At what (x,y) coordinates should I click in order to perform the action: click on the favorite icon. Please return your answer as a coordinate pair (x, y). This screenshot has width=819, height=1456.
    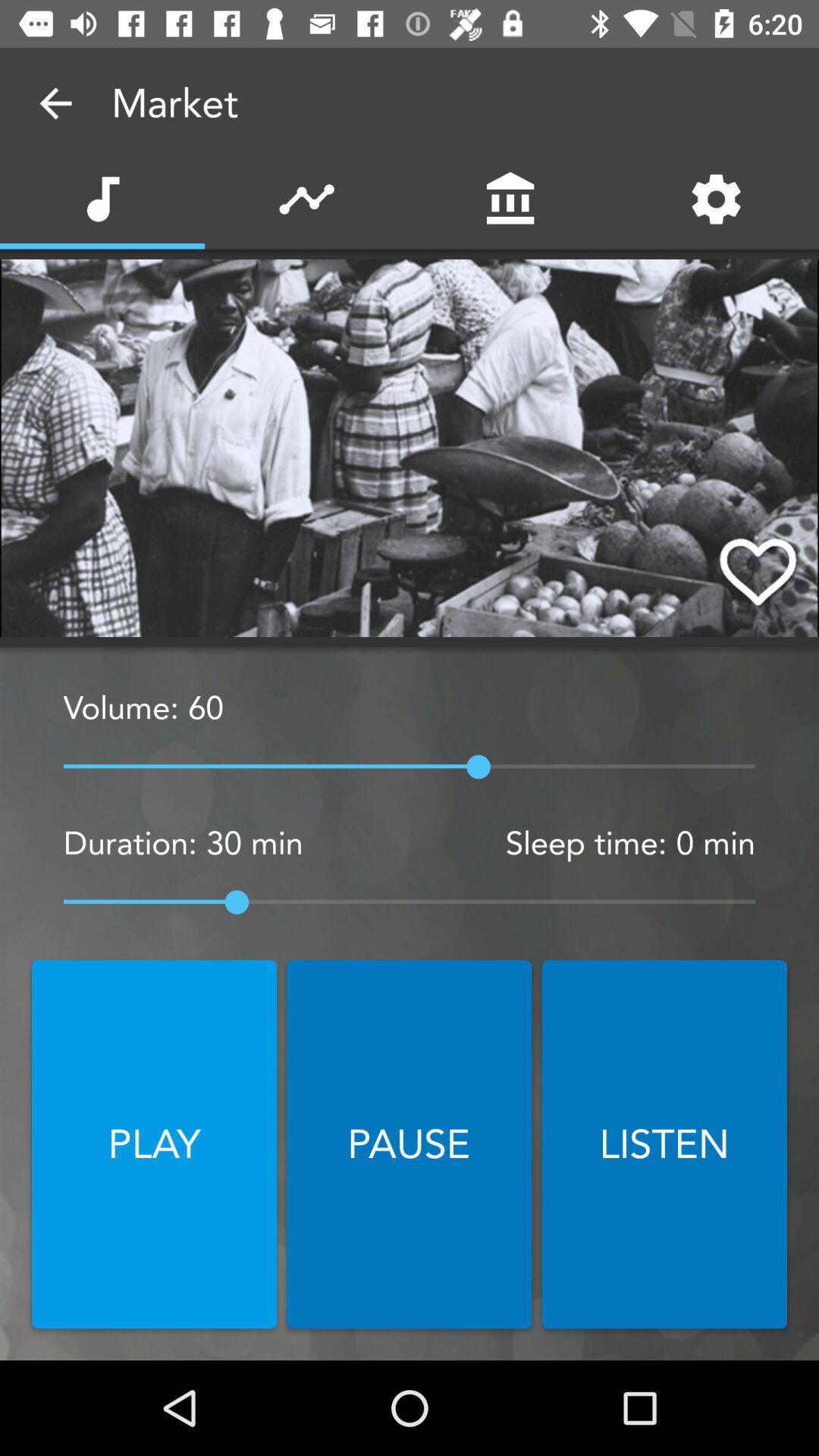
    Looking at the image, I should click on (758, 570).